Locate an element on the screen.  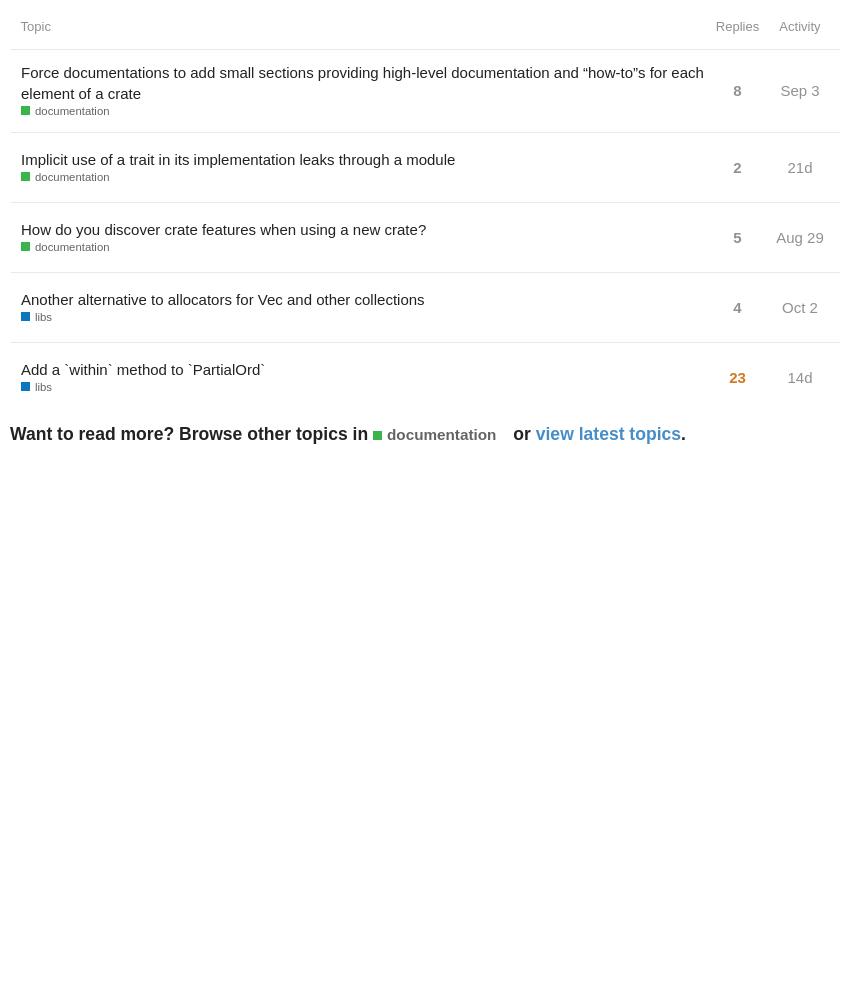
'21d' is located at coordinates (798, 166).